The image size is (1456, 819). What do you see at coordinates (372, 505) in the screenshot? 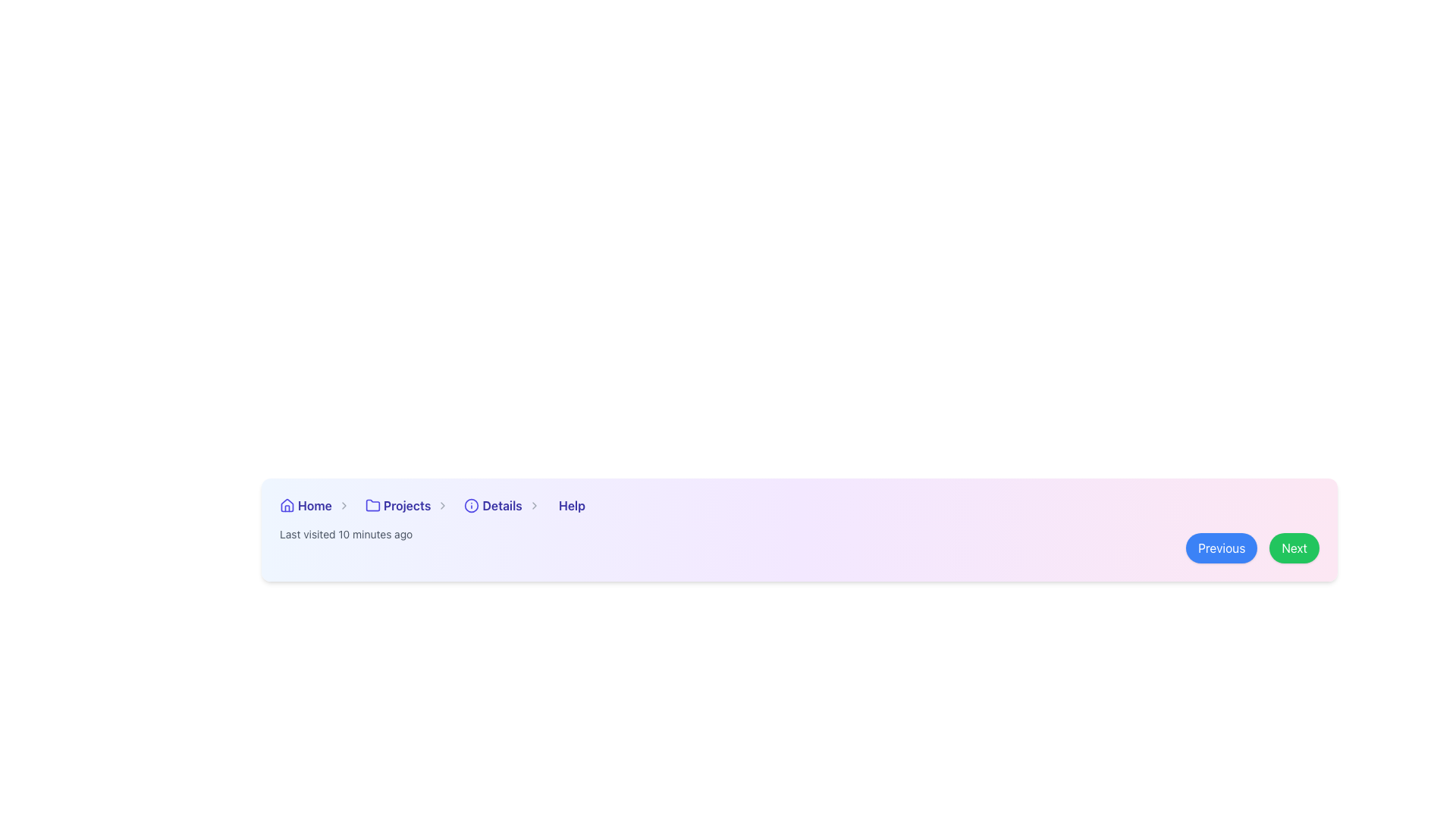
I see `the Folder icon in the breadcrumb navigation, which is located between the 'Home' icon and the 'Details' item` at bounding box center [372, 505].